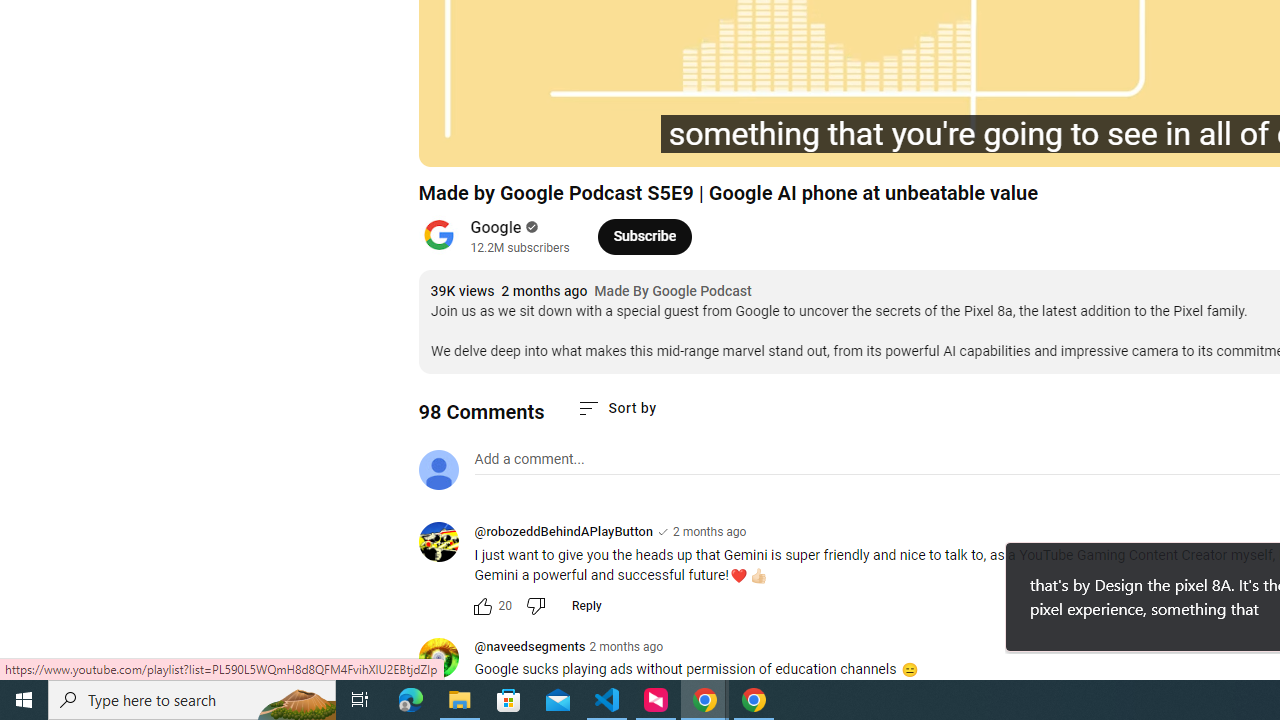  Describe the element at coordinates (615, 407) in the screenshot. I see `'Sort comments'` at that location.